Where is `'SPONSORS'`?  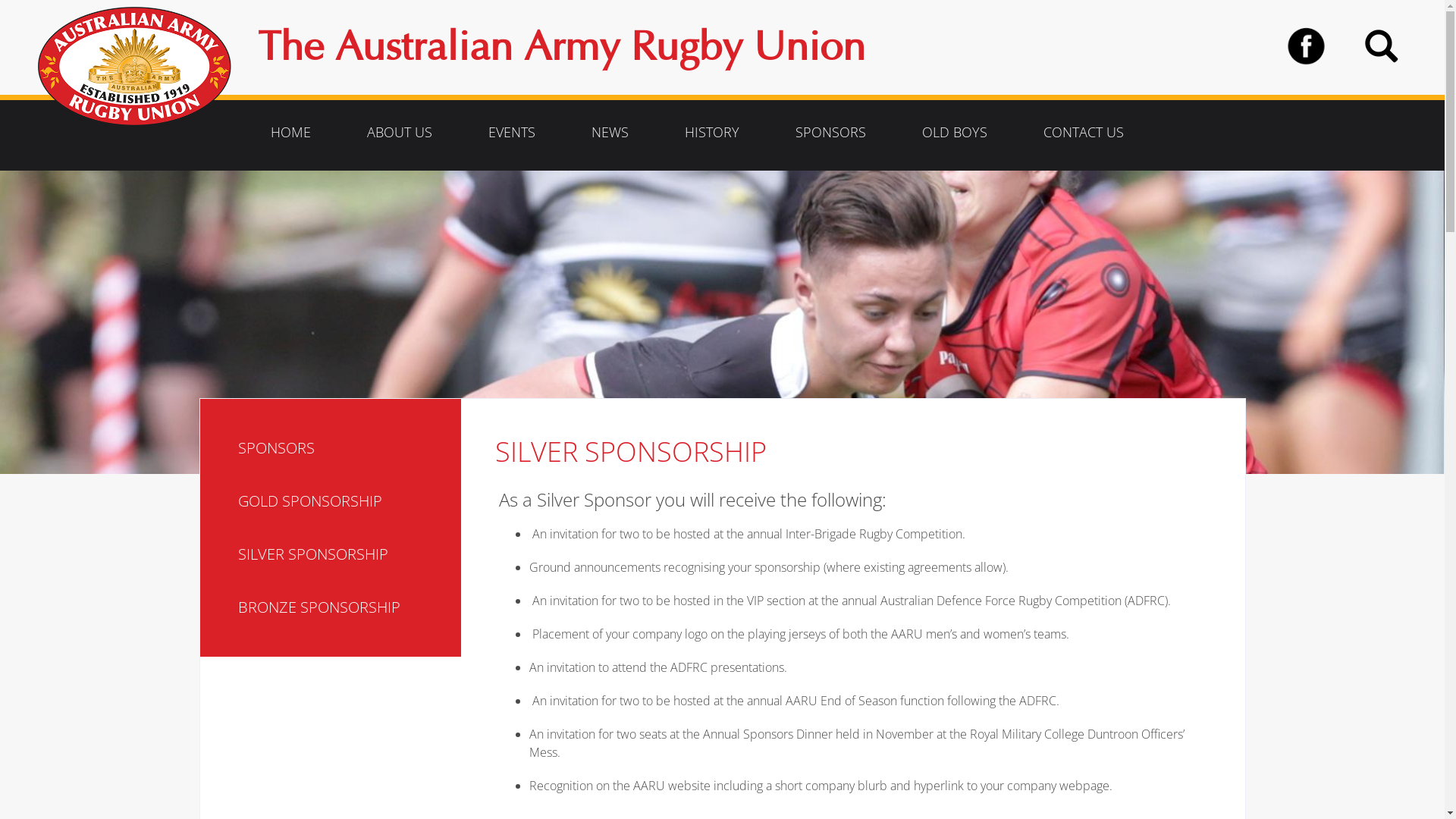
'SPONSORS' is located at coordinates (830, 130).